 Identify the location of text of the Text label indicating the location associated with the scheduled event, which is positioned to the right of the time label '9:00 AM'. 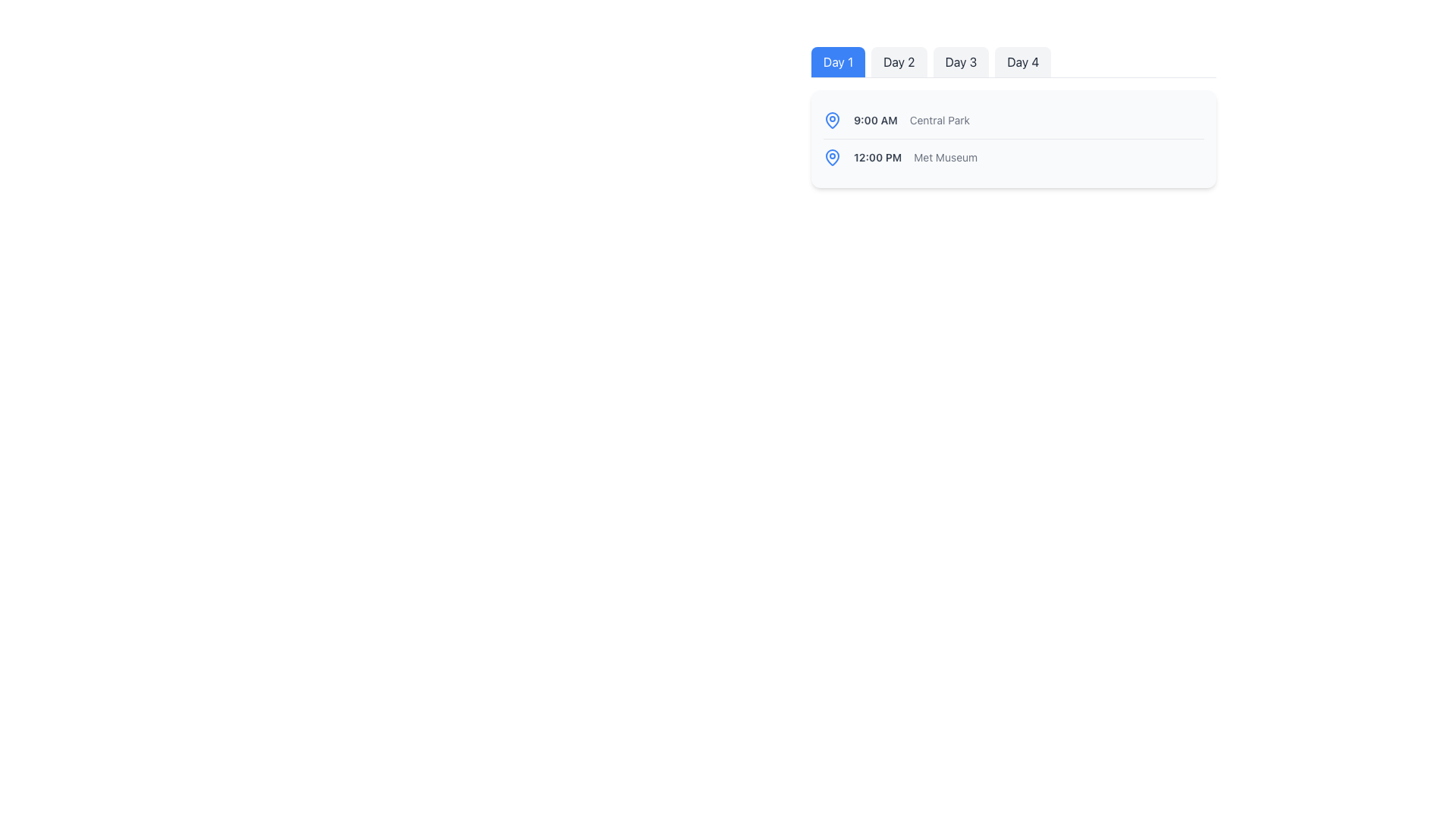
(939, 119).